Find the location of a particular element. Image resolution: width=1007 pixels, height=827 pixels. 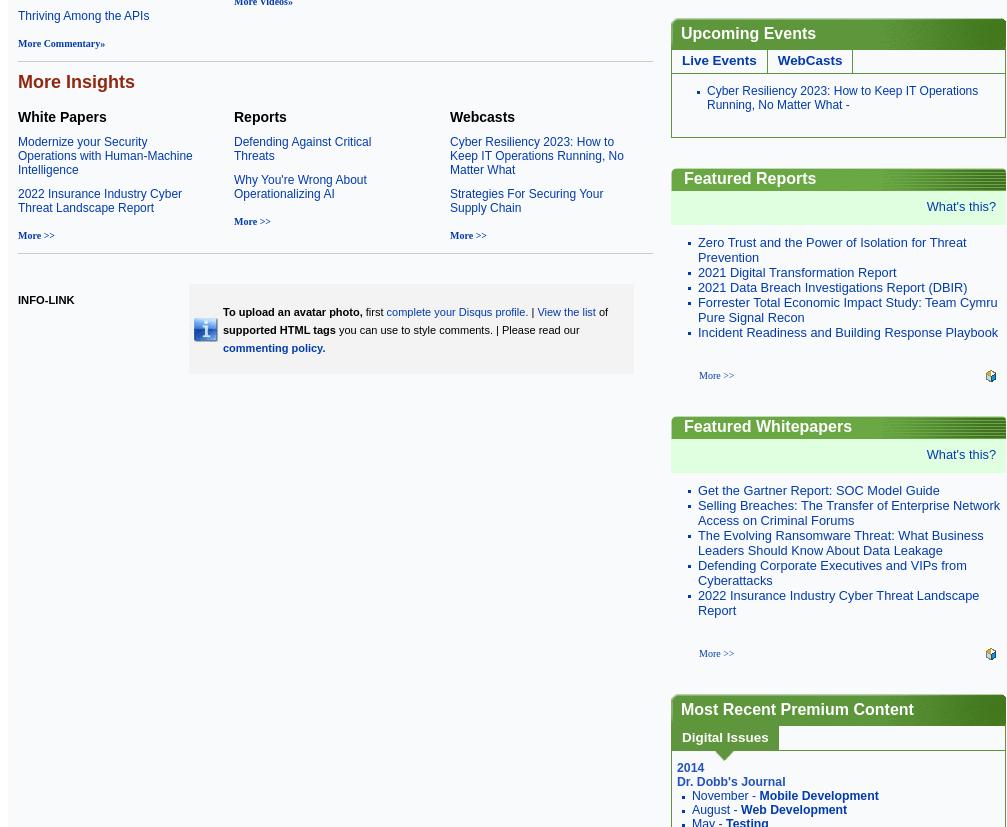

'November -' is located at coordinates (724, 794).